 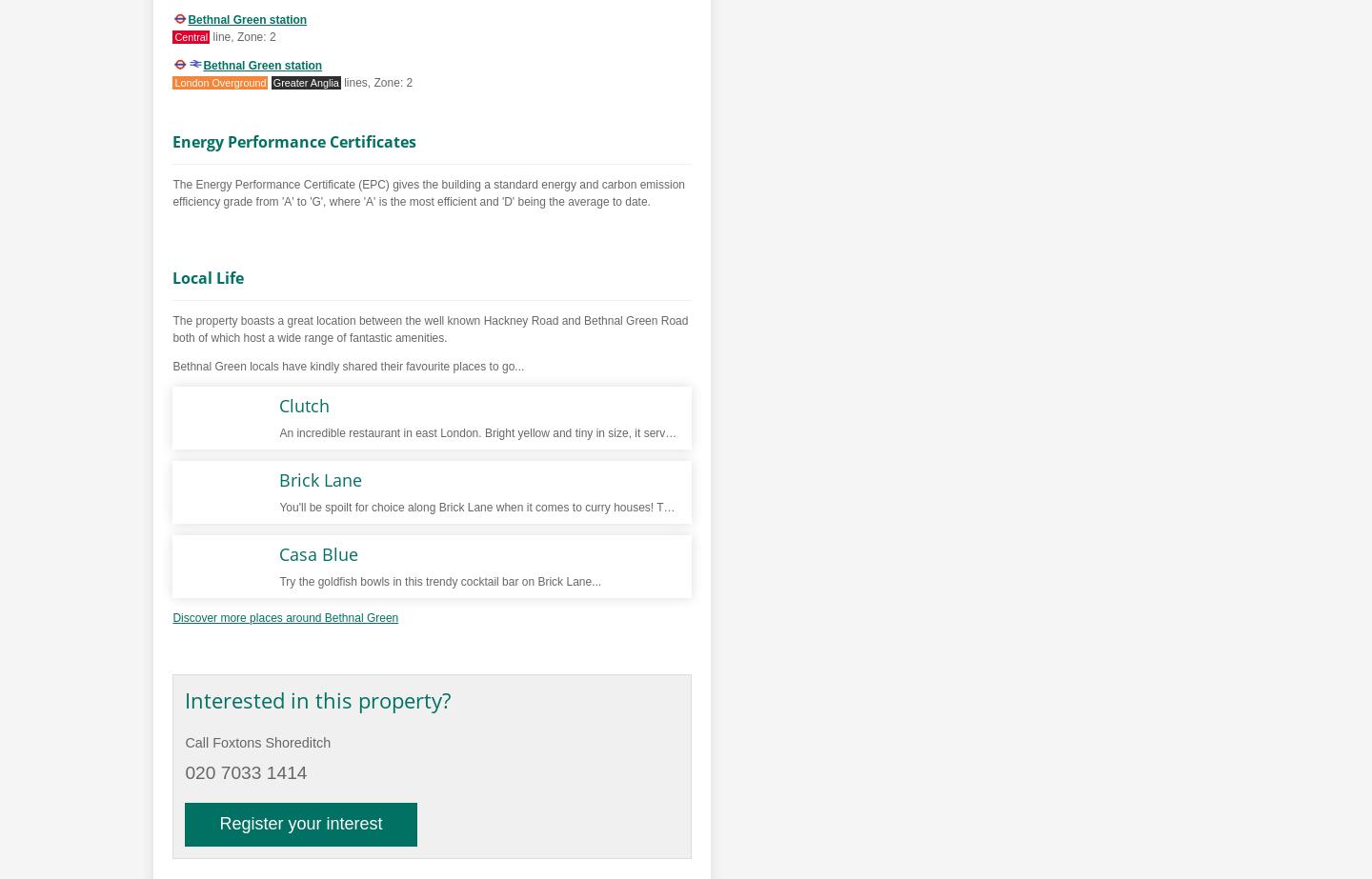 I want to click on 'Bethnal Green locals have kindly shared their favourite places to go...', so click(x=347, y=366).